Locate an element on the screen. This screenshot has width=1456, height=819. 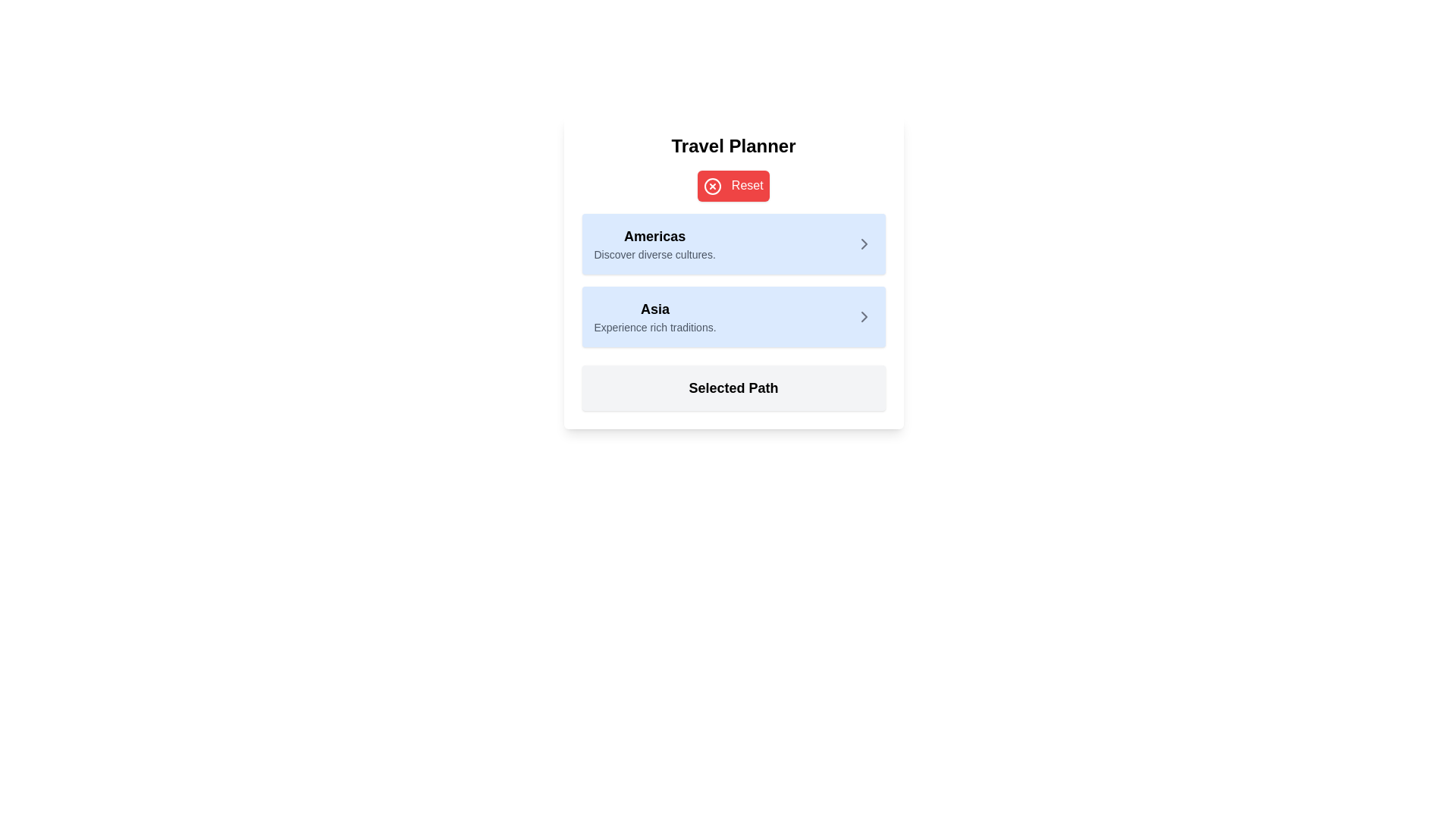
the right-pointing chevron icon styled in gray, located within the light blue rectangular background of the second menu item labeled 'Asia\nExperience rich traditions.' is located at coordinates (864, 315).